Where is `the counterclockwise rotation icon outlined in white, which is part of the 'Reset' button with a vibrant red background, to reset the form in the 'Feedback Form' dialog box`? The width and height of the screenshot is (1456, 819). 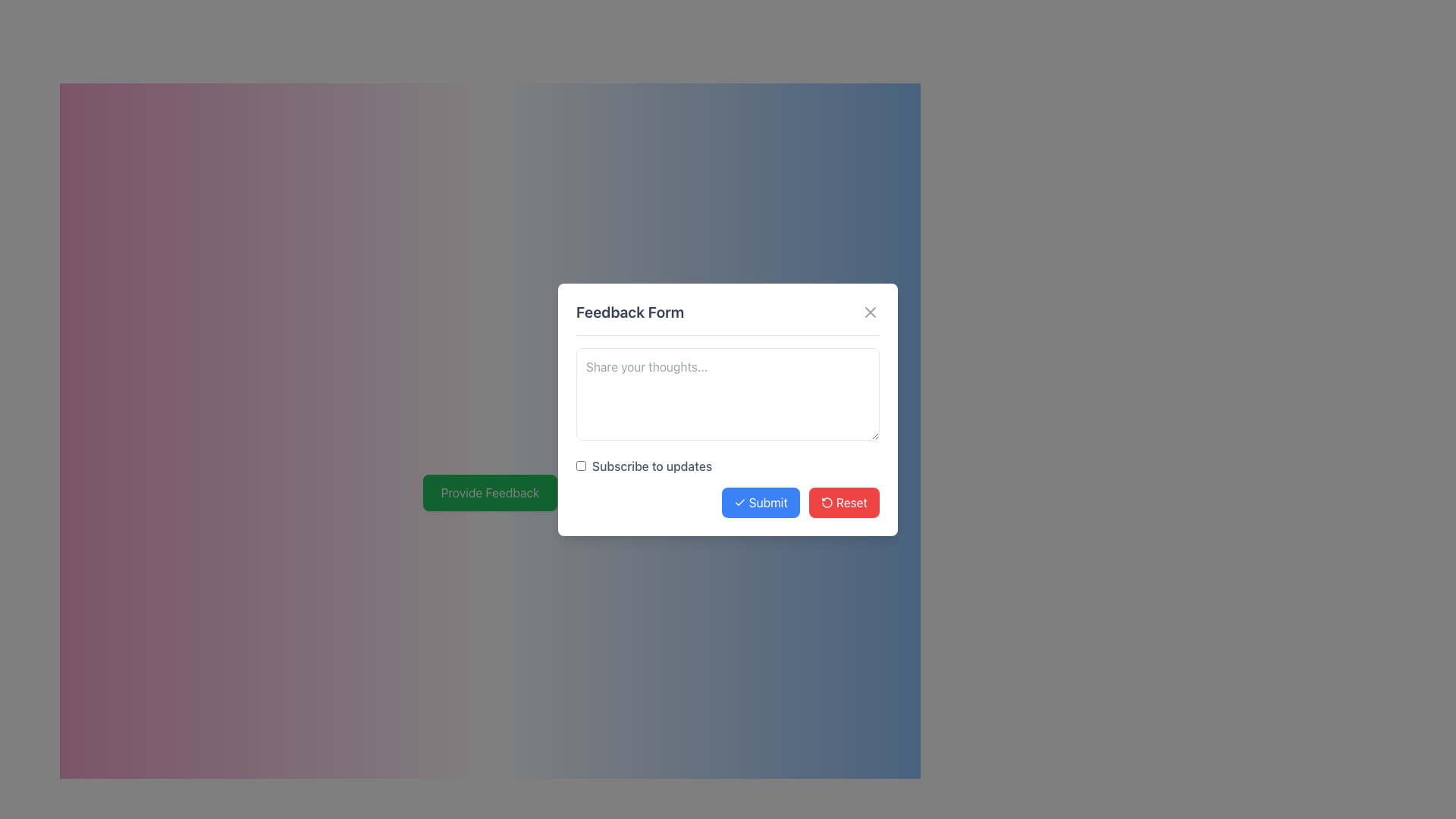
the counterclockwise rotation icon outlined in white, which is part of the 'Reset' button with a vibrant red background, to reset the form in the 'Feedback Form' dialog box is located at coordinates (826, 502).